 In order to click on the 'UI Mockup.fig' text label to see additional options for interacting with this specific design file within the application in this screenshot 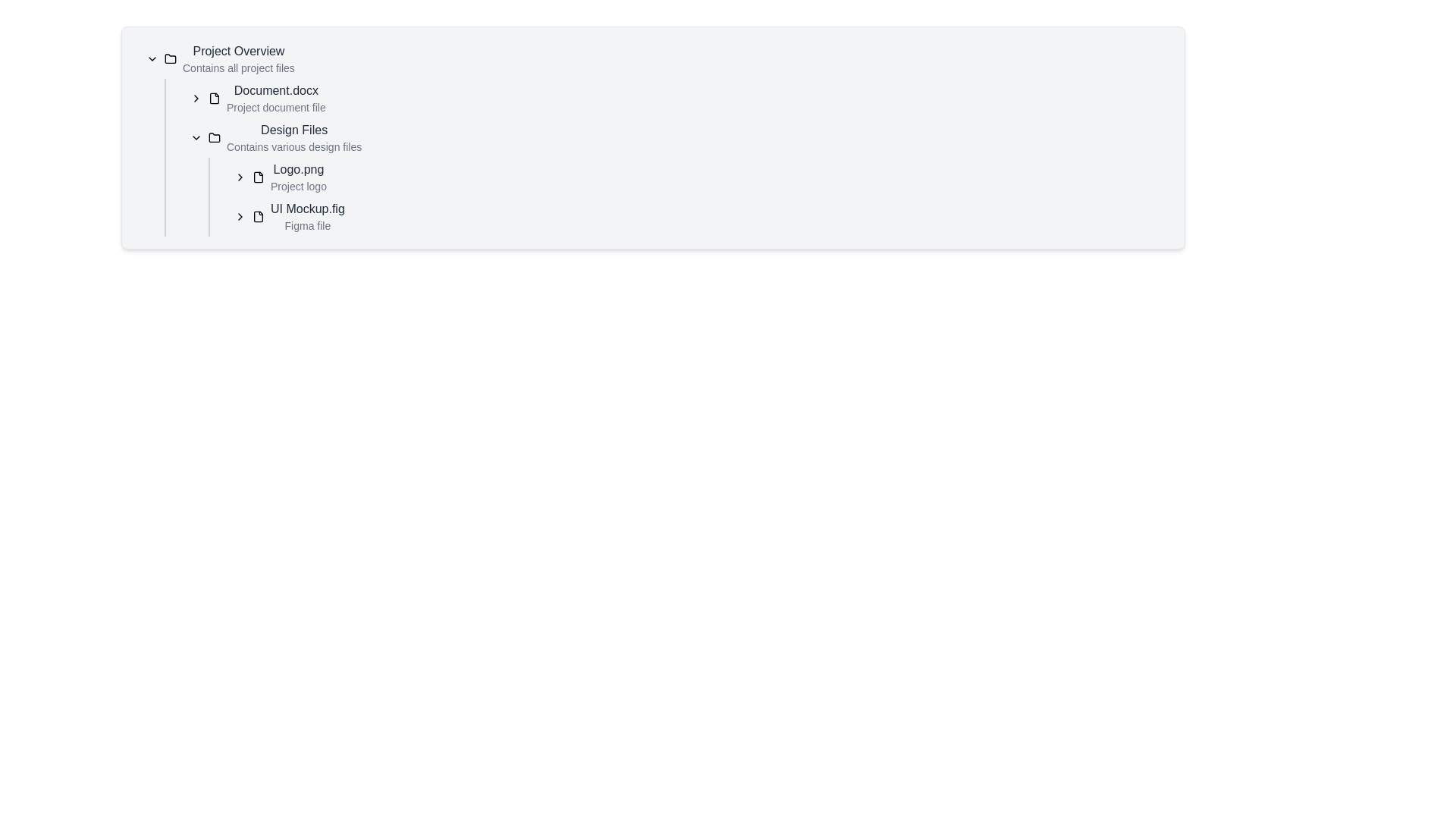, I will do `click(306, 216)`.